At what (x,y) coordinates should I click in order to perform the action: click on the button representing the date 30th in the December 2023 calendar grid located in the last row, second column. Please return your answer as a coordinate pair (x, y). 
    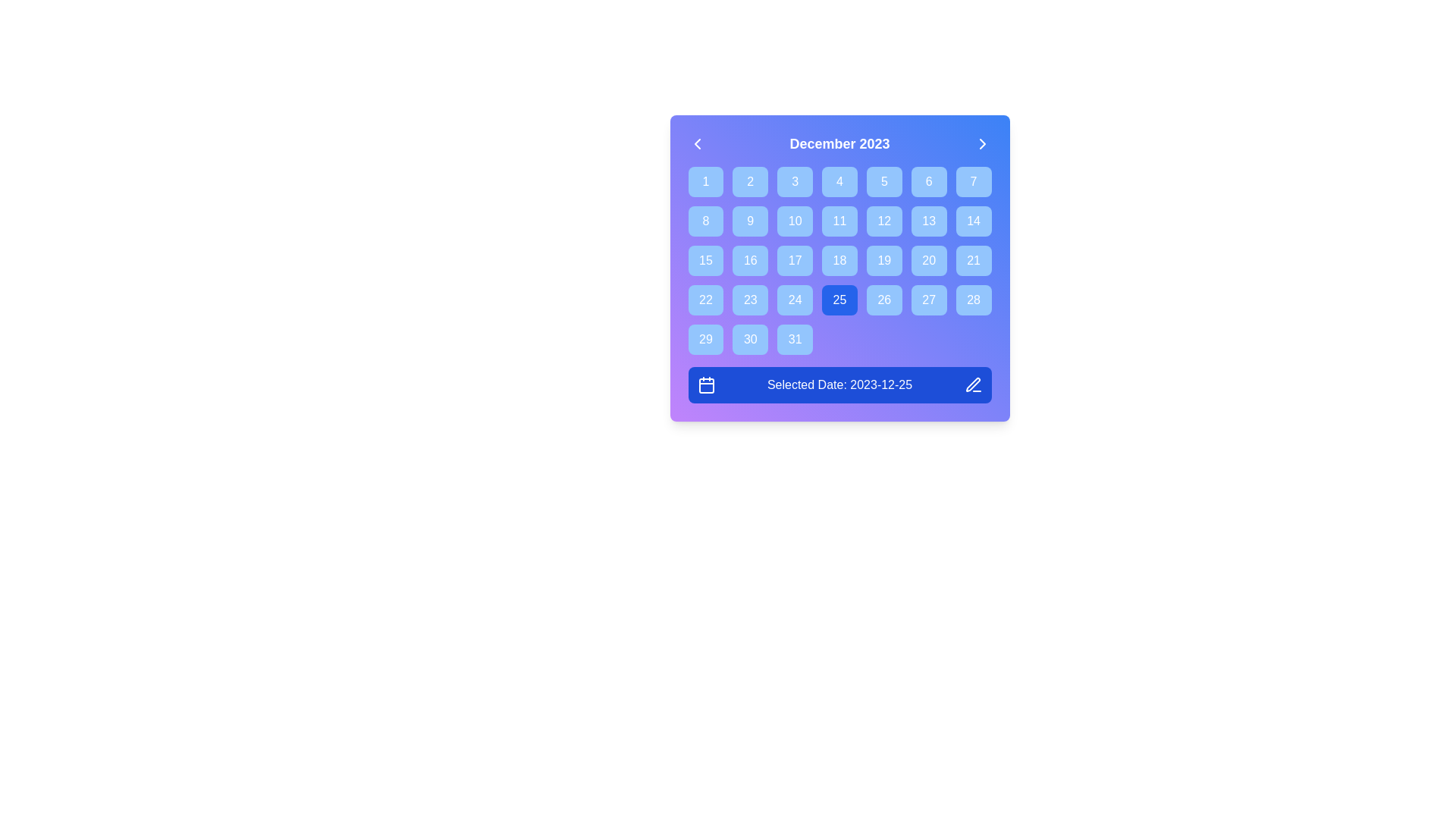
    Looking at the image, I should click on (750, 338).